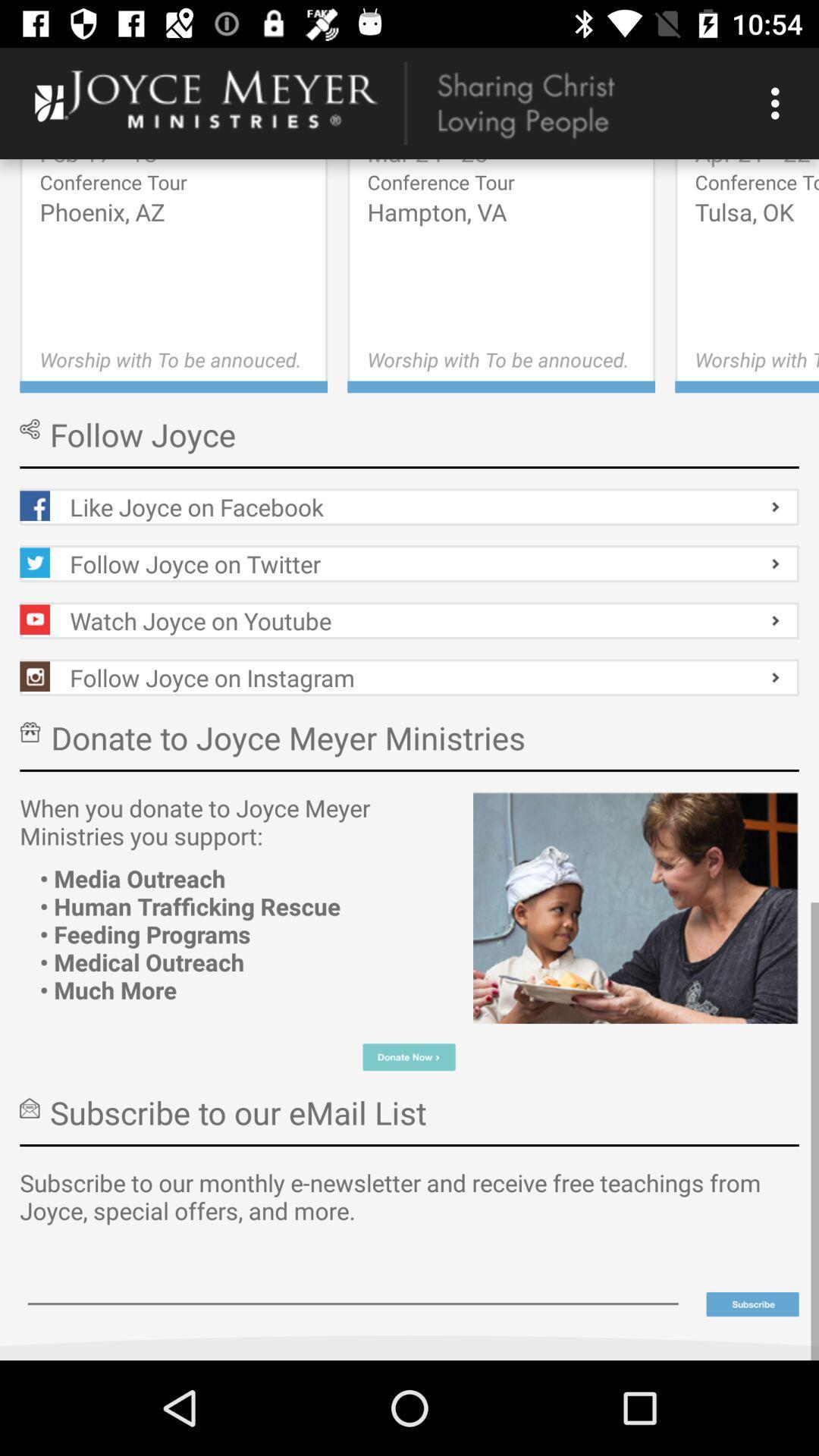 This screenshot has width=819, height=1456. I want to click on subscribe, so click(752, 1304).